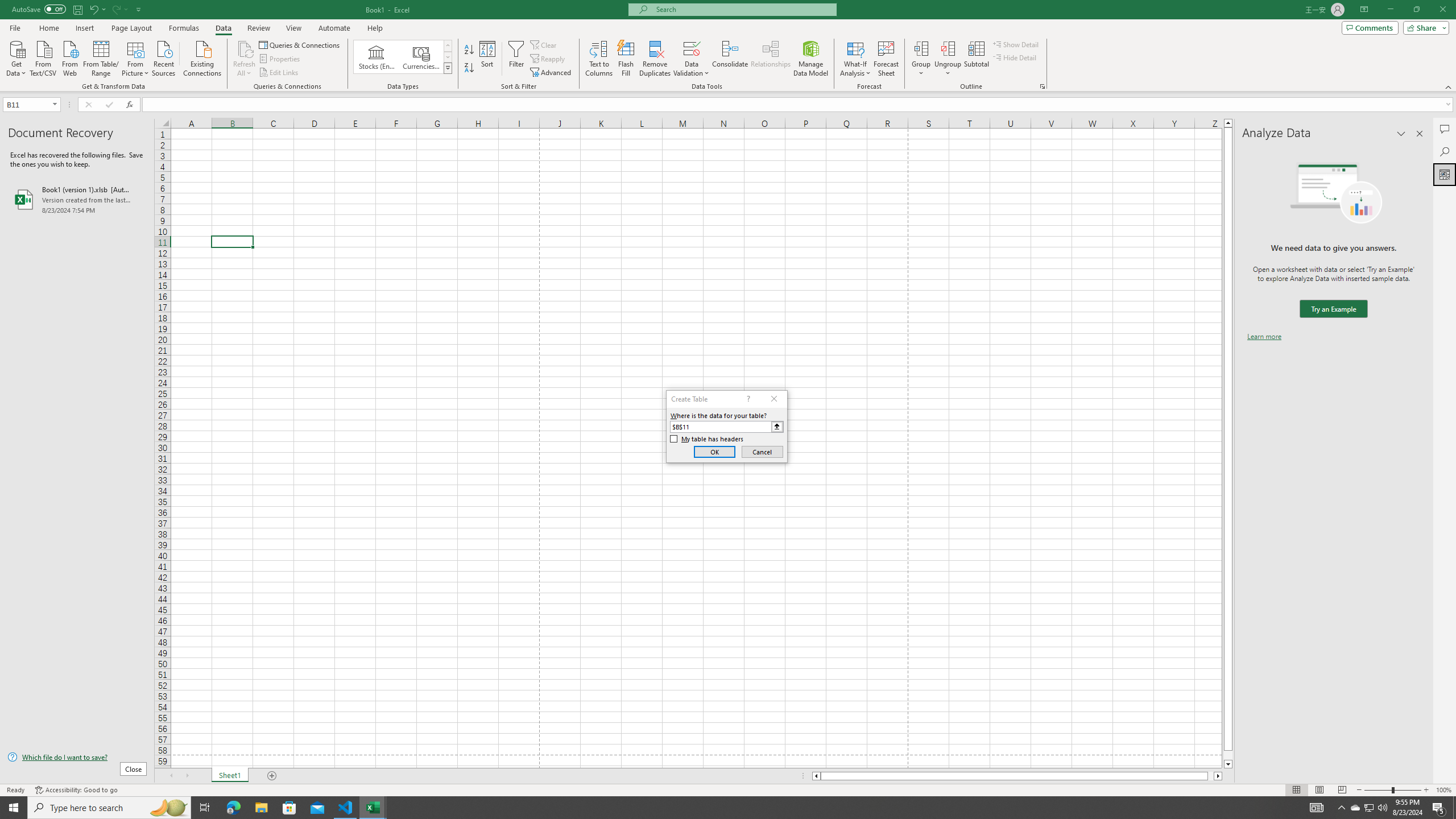 This screenshot has height=819, width=1456. Describe the element at coordinates (544, 44) in the screenshot. I see `'Clear'` at that location.